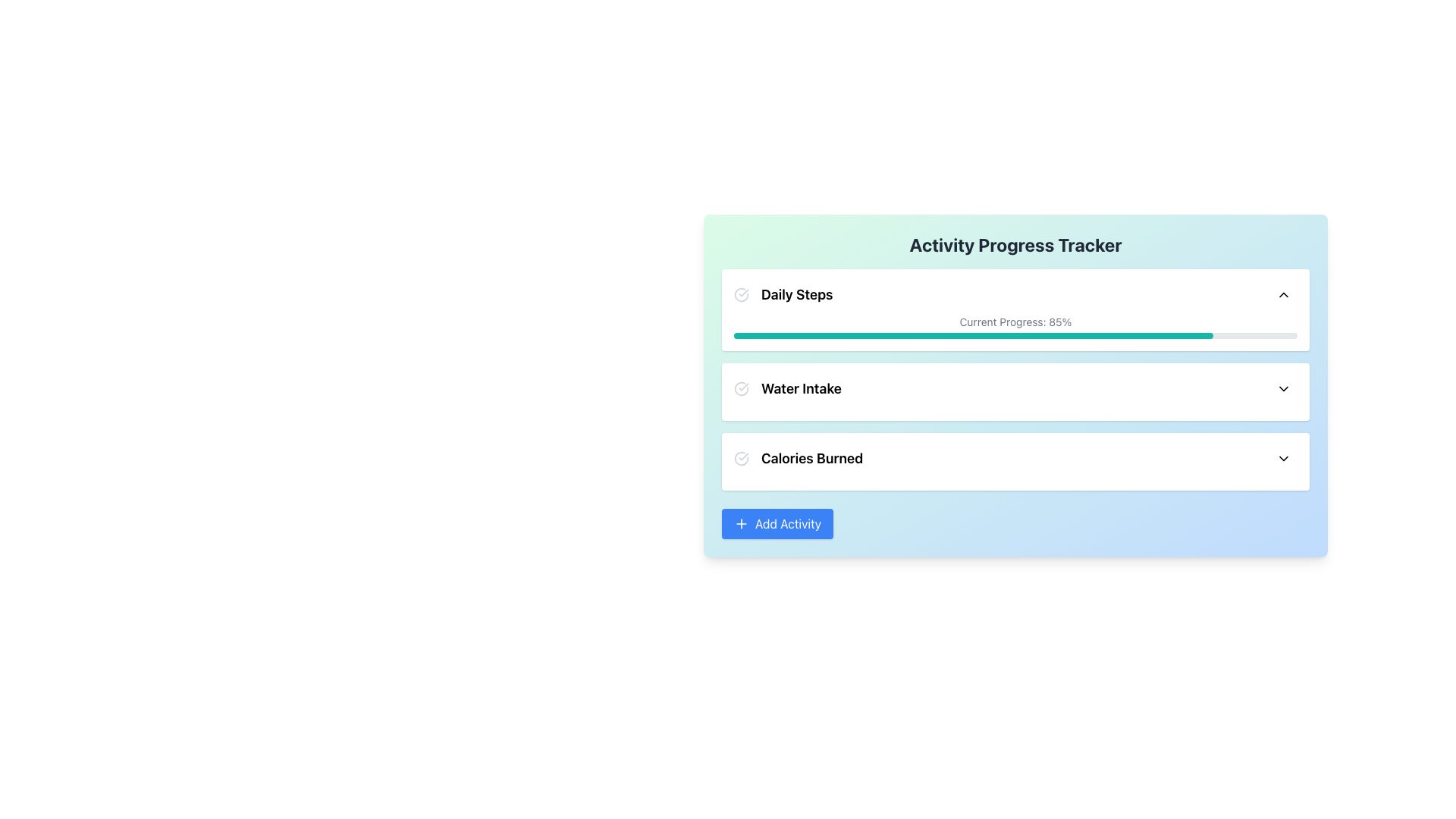 The image size is (1456, 819). Describe the element at coordinates (800, 388) in the screenshot. I see `the 'Water Intake' text label that is bold and medium-sized, indicating its importance, located to the right of a circular icon in the second row under the 'Activity Progress Tracker' heading` at that location.